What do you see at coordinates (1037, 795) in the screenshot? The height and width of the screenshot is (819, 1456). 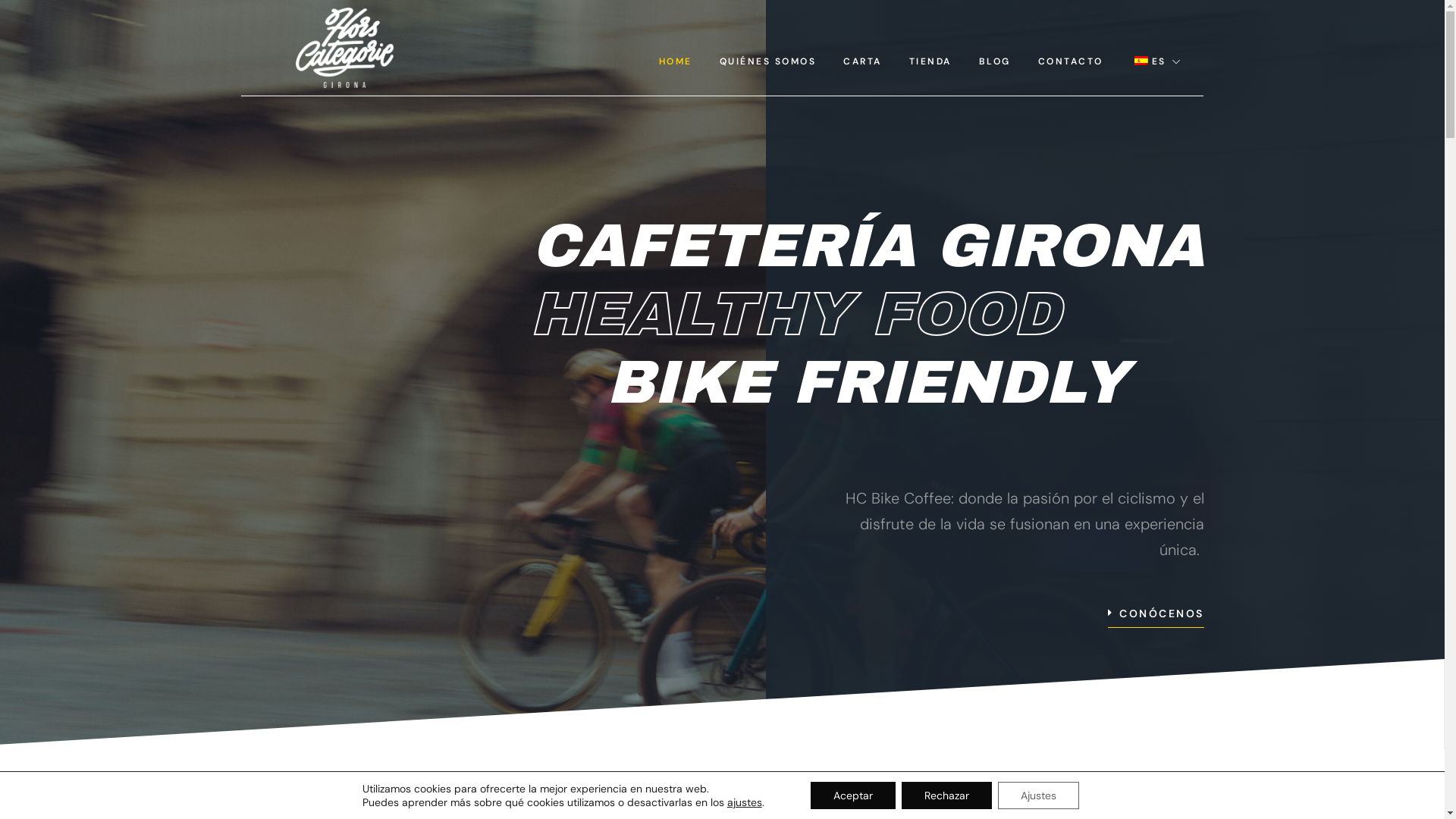 I see `'Ajustes'` at bounding box center [1037, 795].